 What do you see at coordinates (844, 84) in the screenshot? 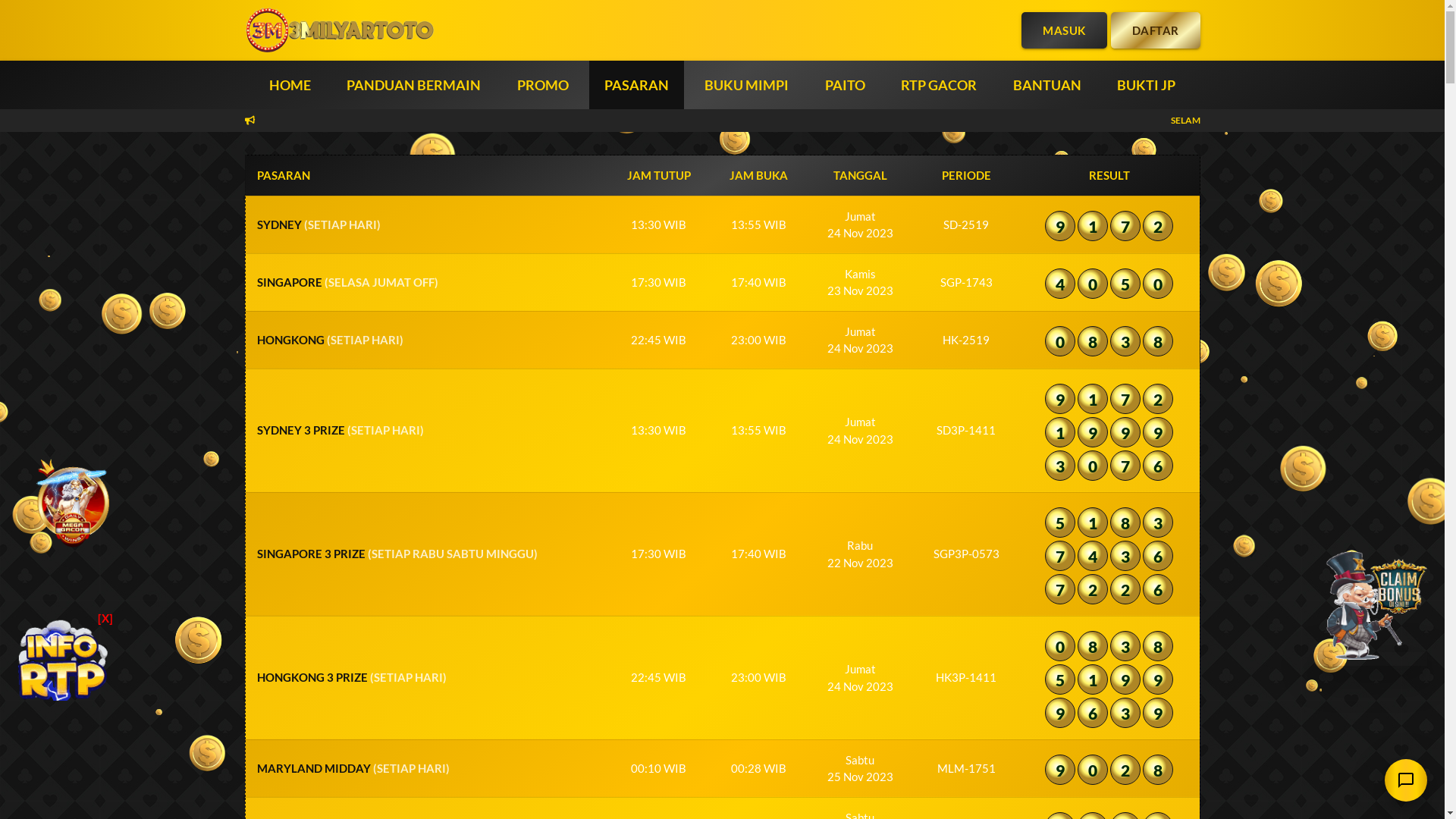
I see `'PAITO'` at bounding box center [844, 84].